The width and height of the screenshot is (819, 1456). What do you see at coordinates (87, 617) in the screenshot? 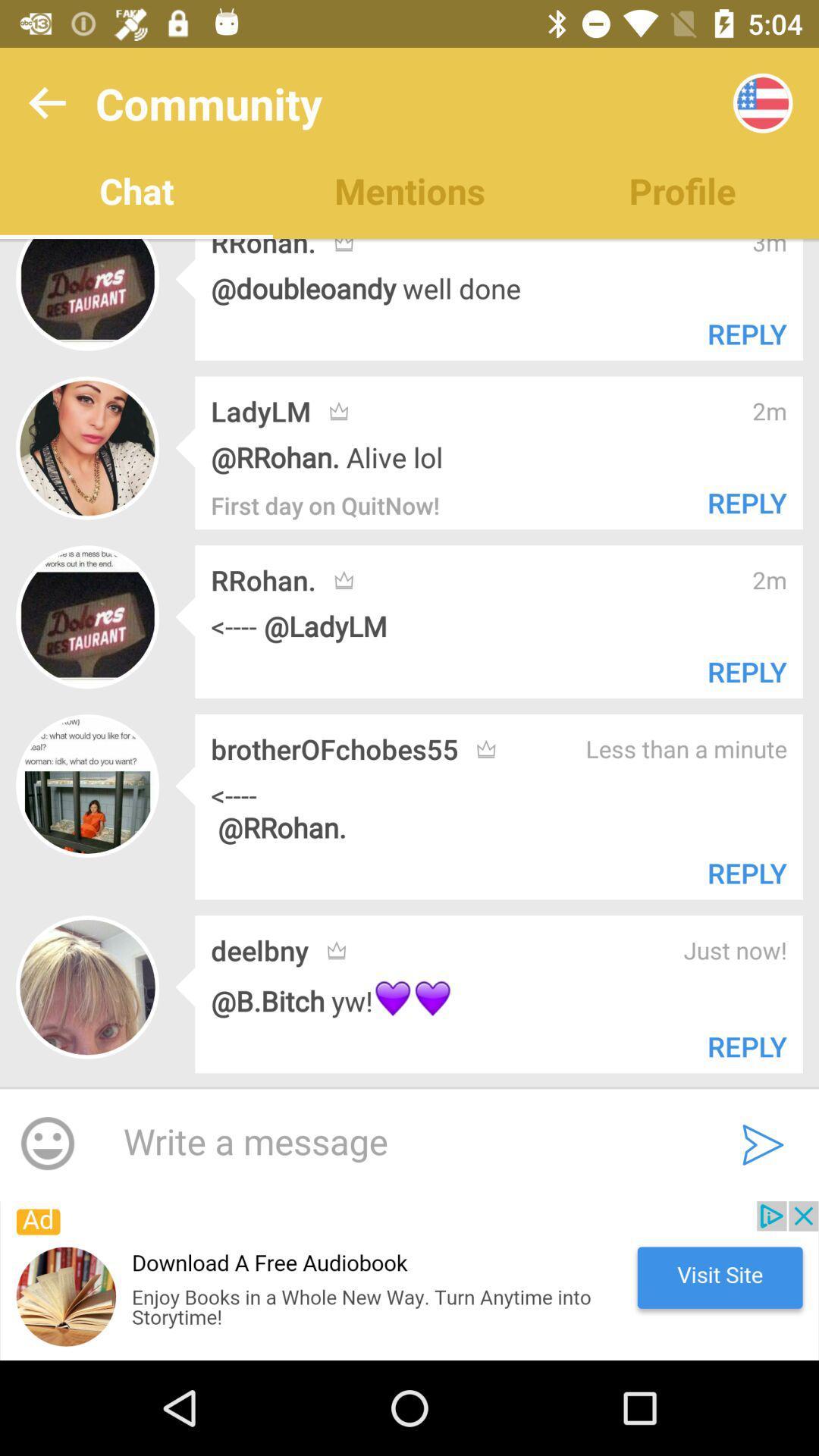
I see `the third row profile picture` at bounding box center [87, 617].